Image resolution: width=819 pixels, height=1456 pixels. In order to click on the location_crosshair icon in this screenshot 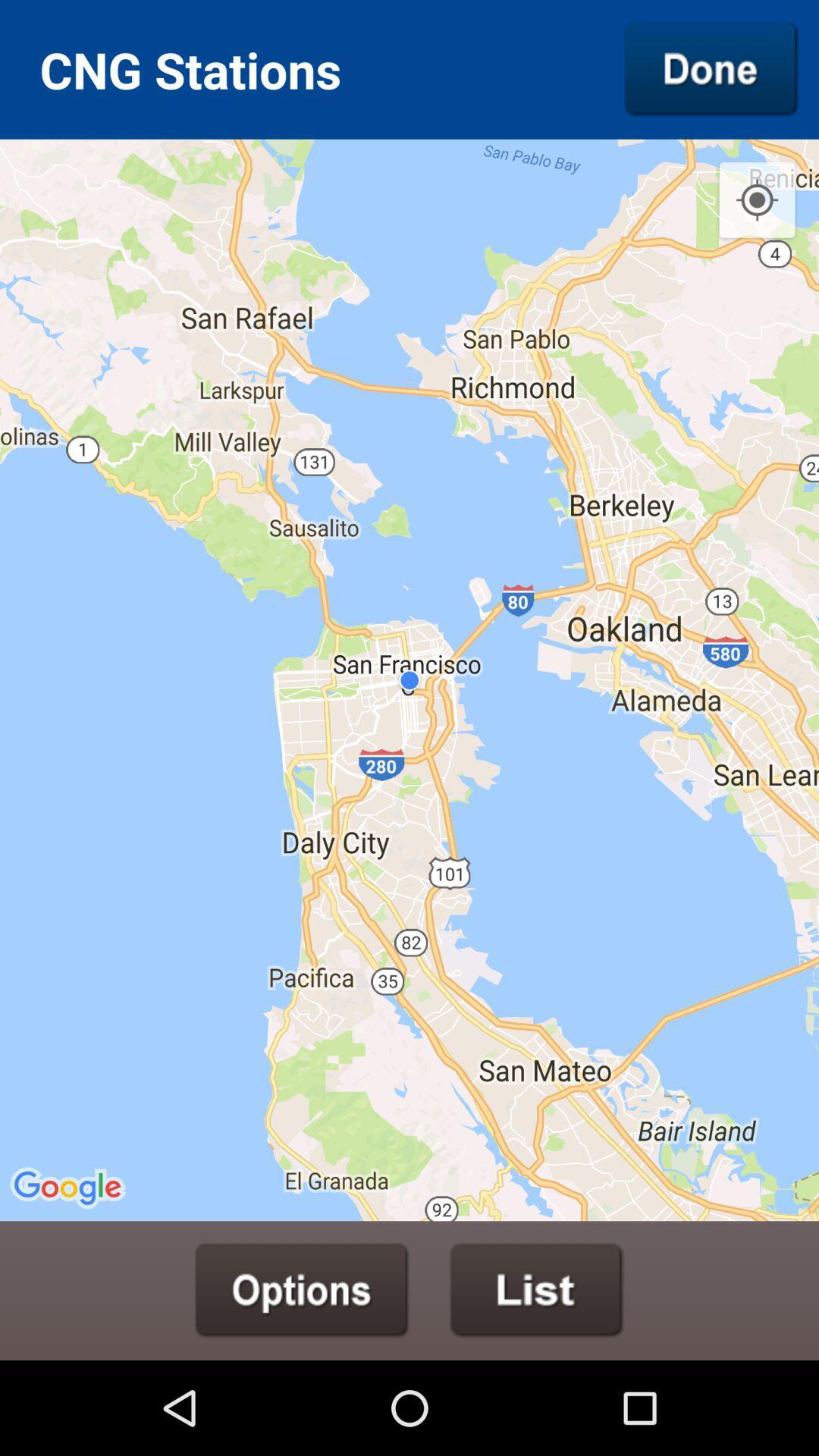, I will do `click(757, 214)`.